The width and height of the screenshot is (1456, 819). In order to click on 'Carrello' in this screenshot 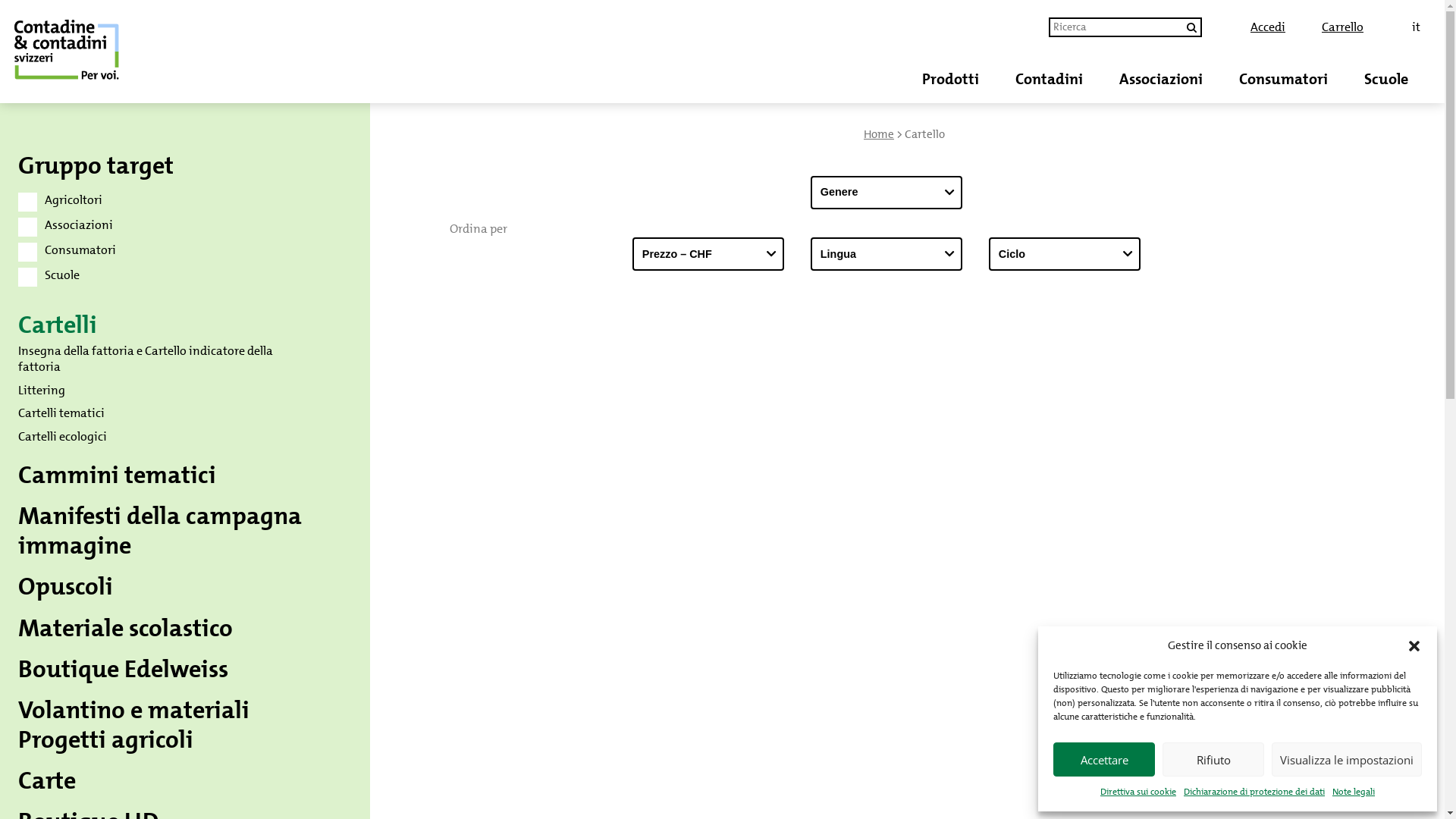, I will do `click(1342, 27)`.